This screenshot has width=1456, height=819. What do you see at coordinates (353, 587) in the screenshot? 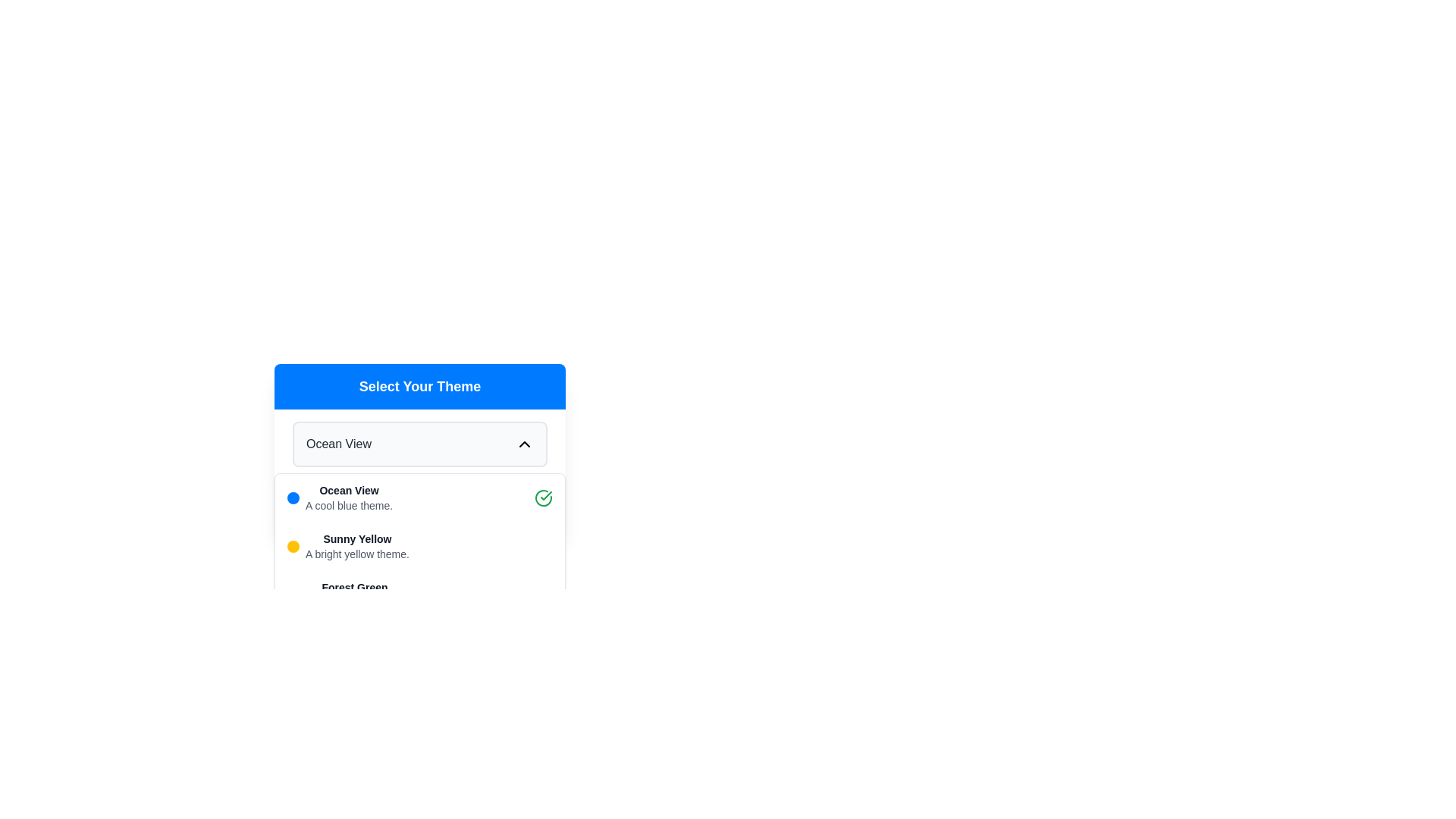
I see `text label 'Forest Green' which is styled in a bold font and positioned in the dropdown menu of the 'Select Your Theme' section as the title of the third listed theme` at bounding box center [353, 587].